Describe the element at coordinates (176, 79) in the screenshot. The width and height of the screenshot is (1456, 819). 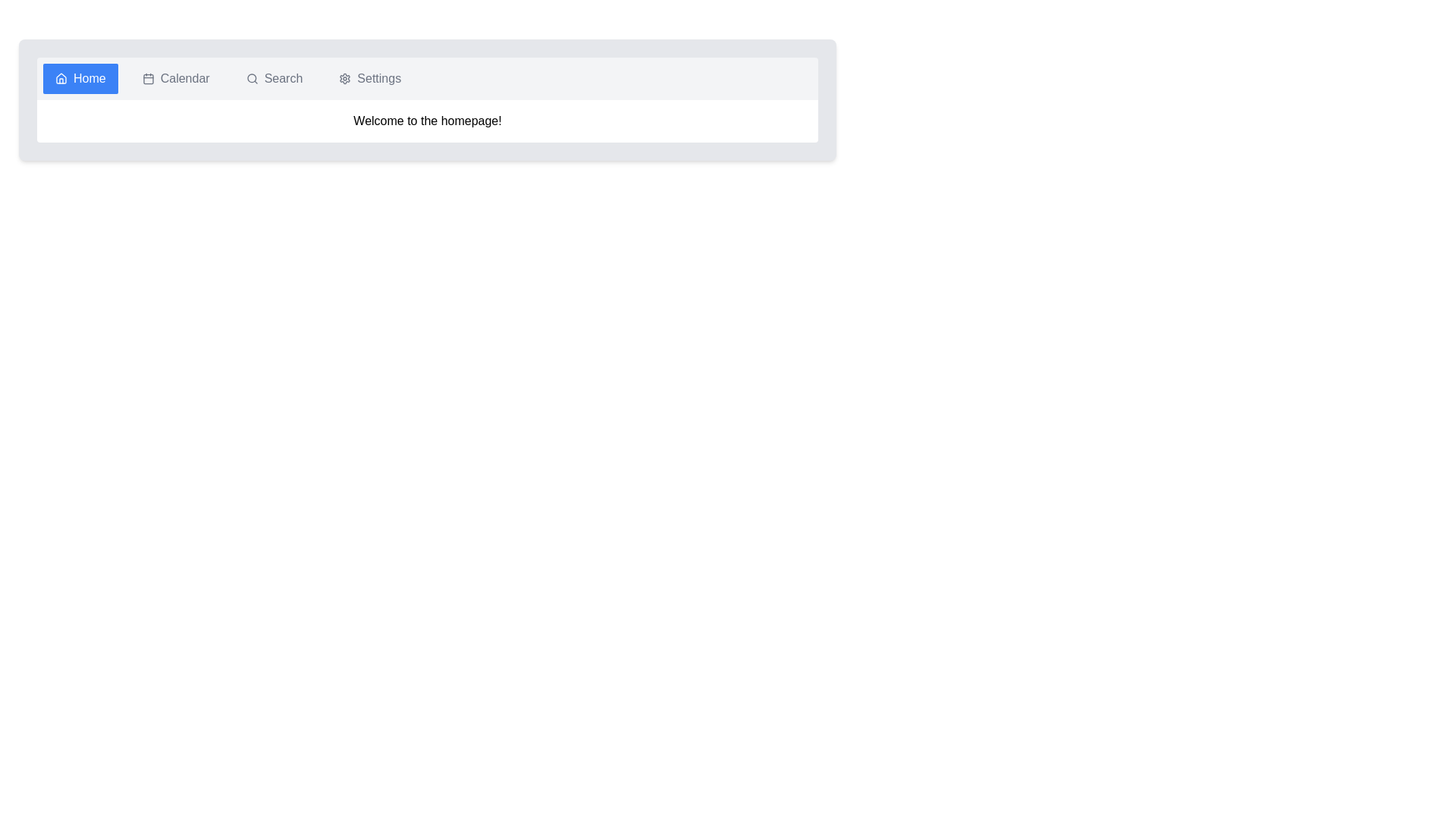
I see `the 'Calendar' button in the top toolbar` at that location.